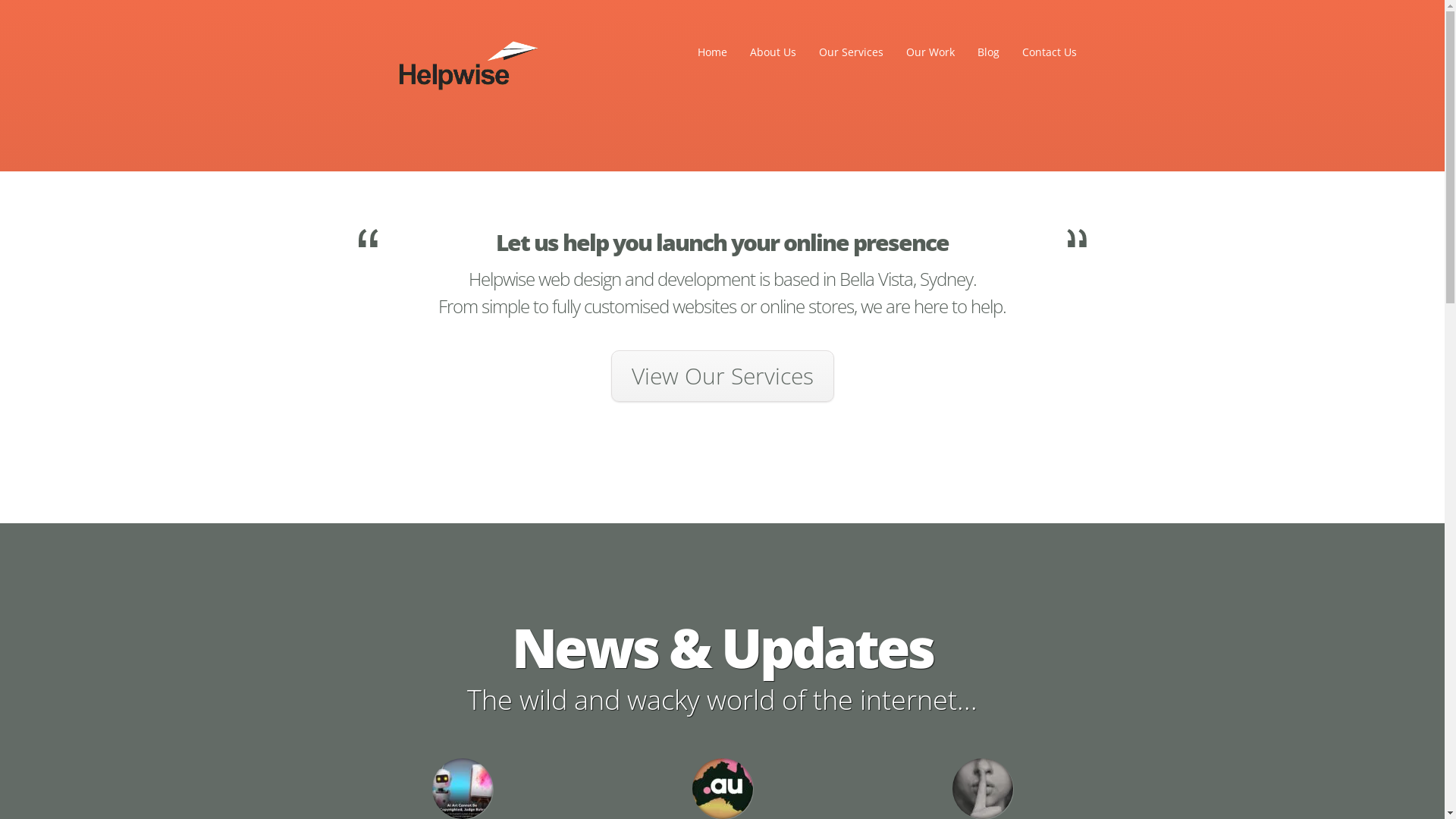 The image size is (1456, 819). I want to click on 'Contact Us', so click(1047, 52).